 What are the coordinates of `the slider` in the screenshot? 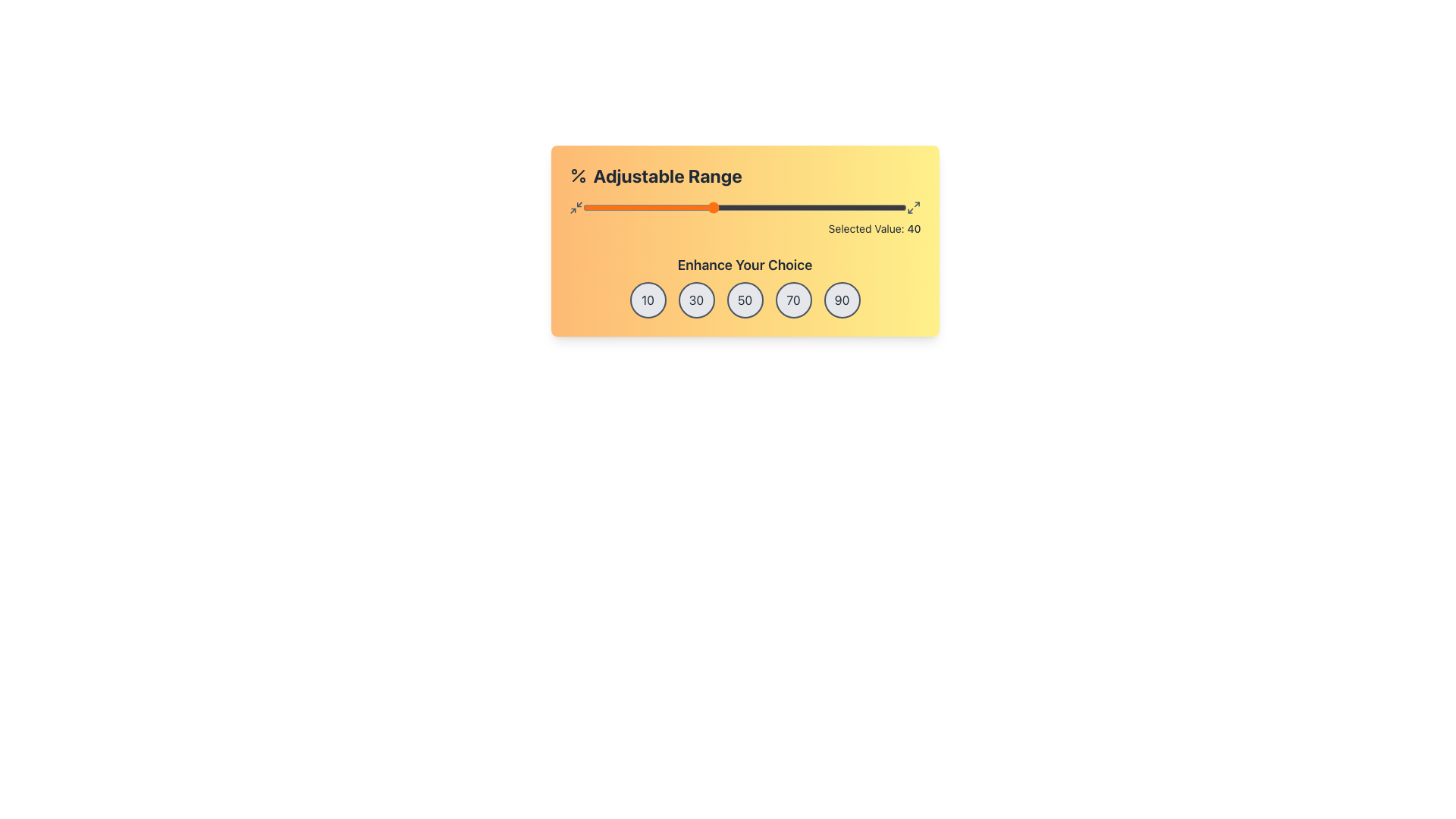 It's located at (705, 207).